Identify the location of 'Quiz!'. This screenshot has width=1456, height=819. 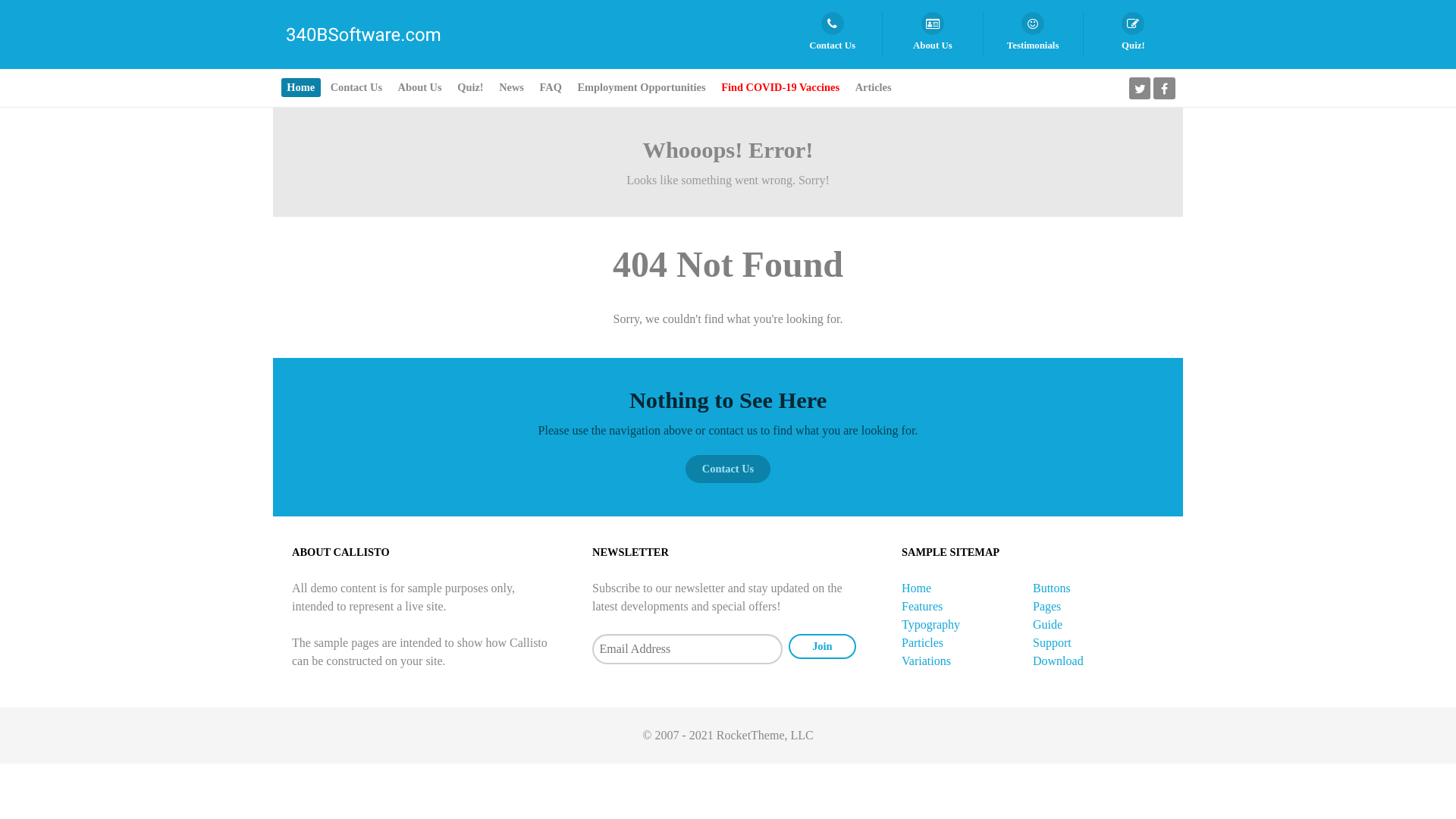
(1133, 34).